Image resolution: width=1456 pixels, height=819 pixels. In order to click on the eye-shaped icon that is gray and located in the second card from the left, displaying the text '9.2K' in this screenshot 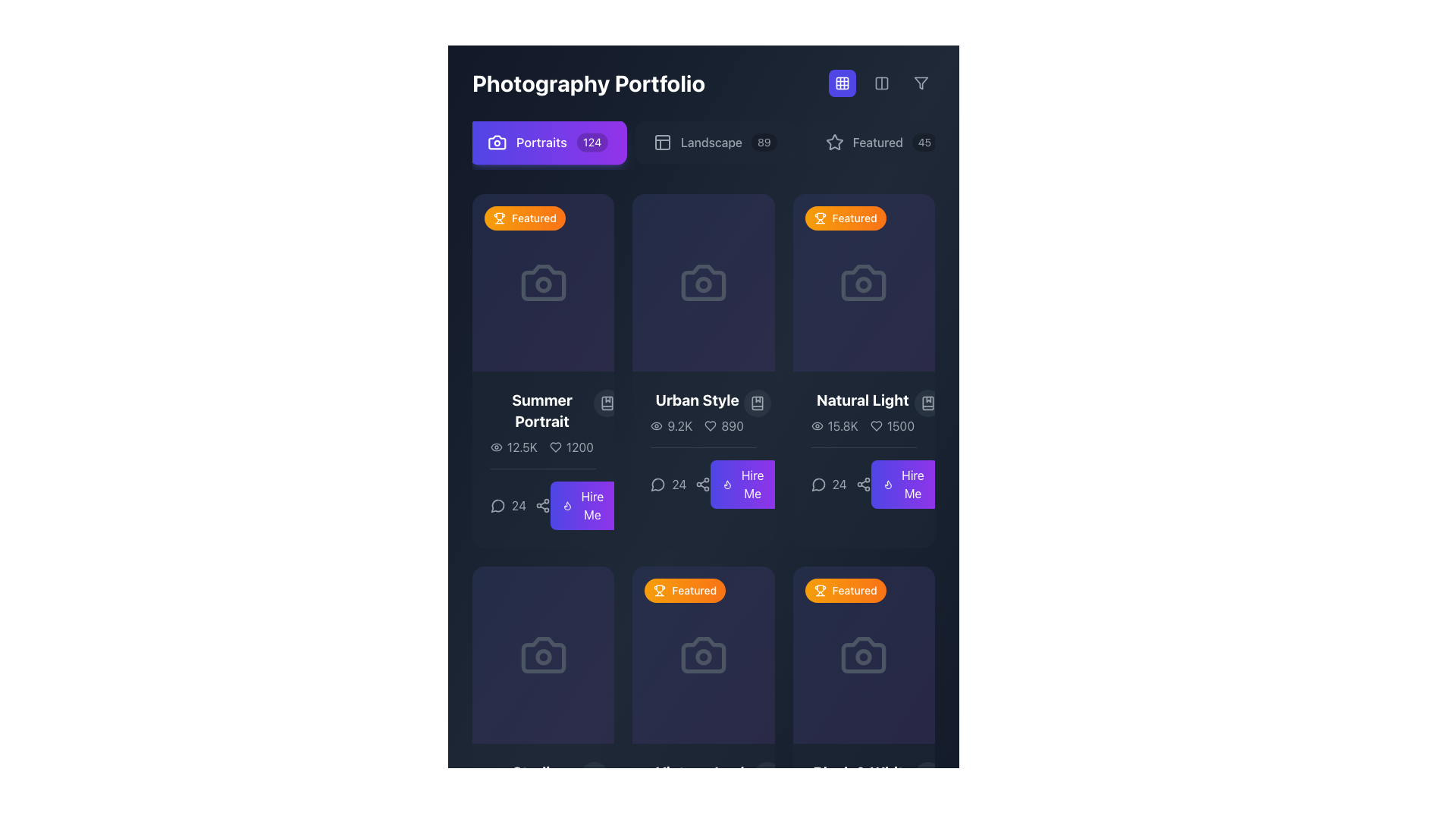, I will do `click(657, 426)`.